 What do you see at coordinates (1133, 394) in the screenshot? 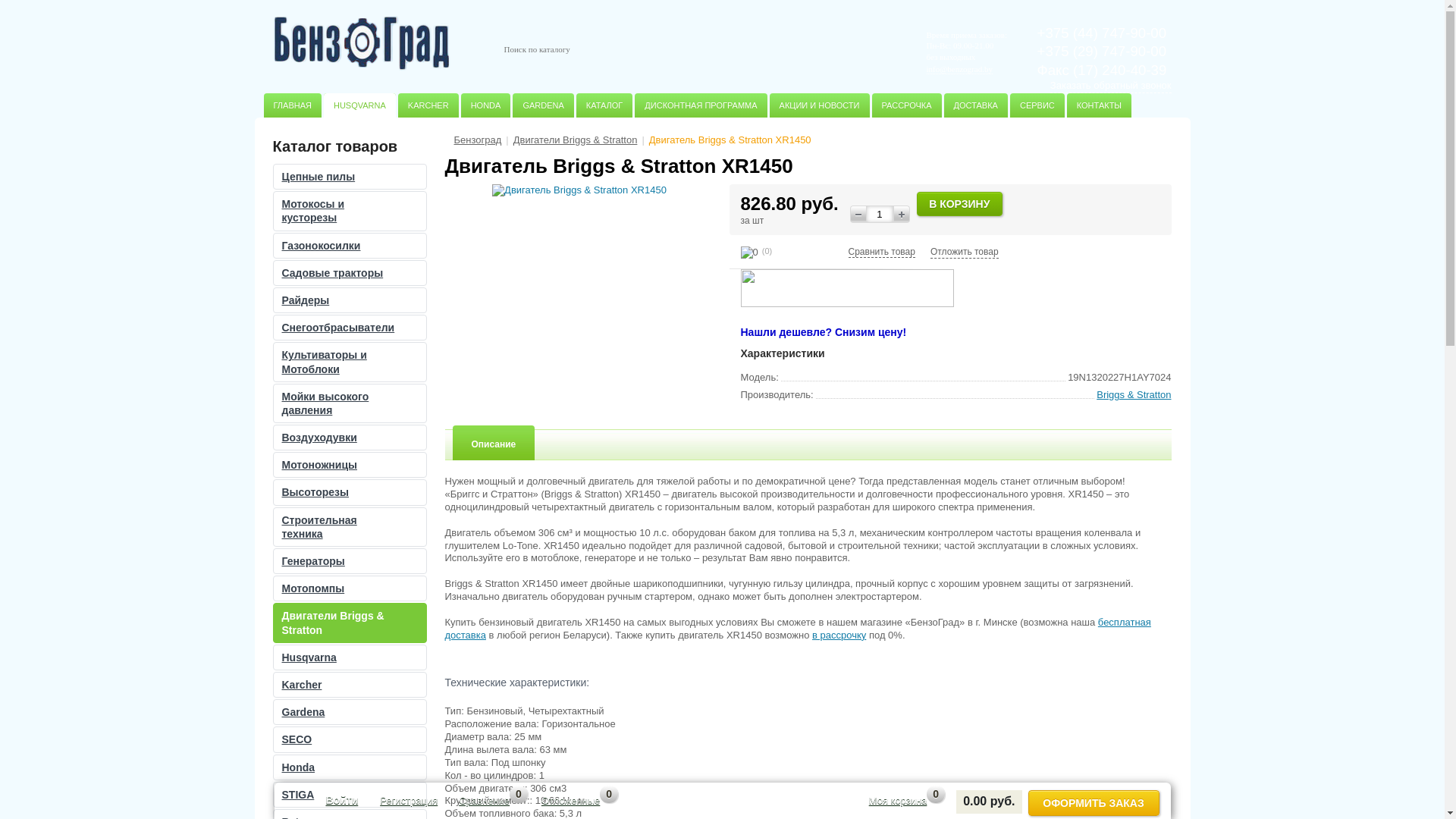
I see `'Briggs & Stratton'` at bounding box center [1133, 394].